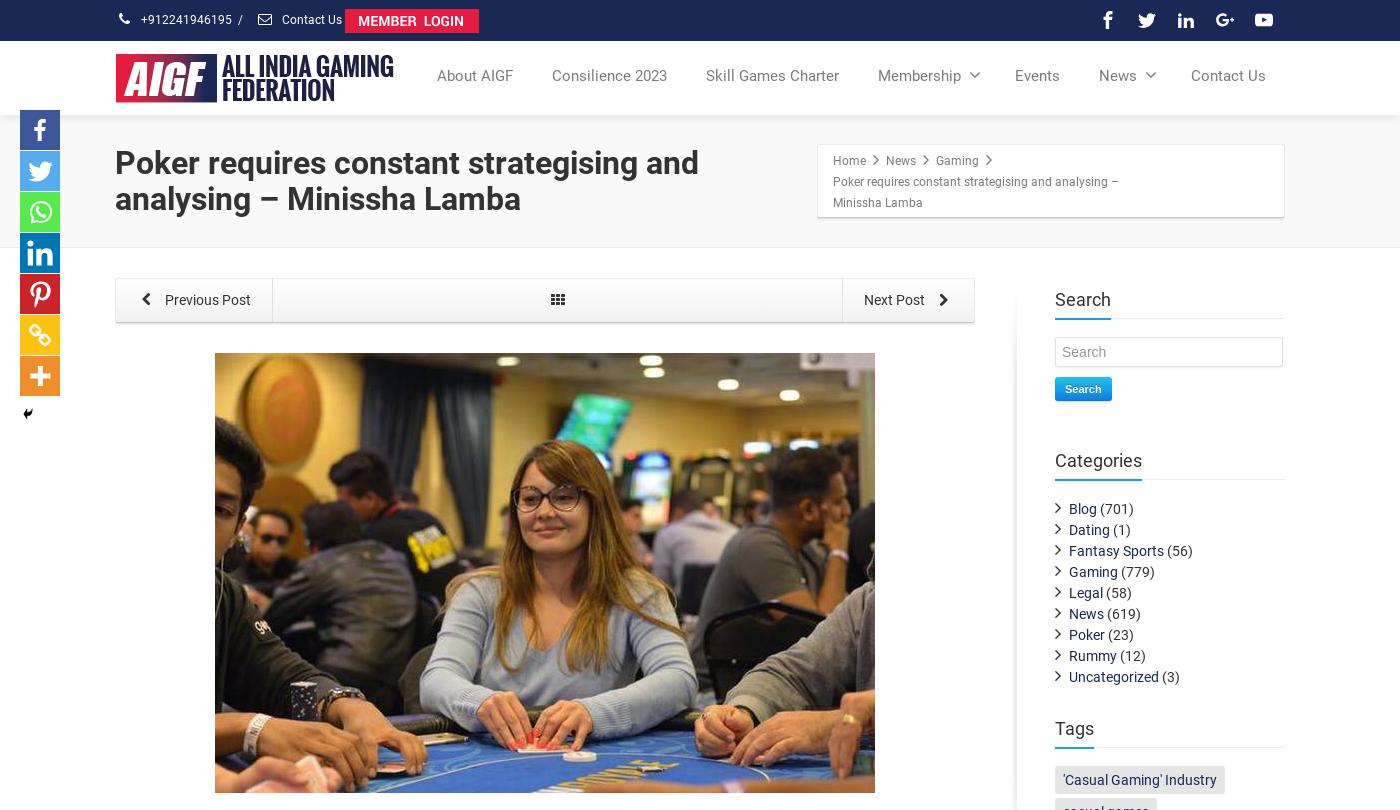 The image size is (1400, 810). What do you see at coordinates (1178, 550) in the screenshot?
I see `'(56)'` at bounding box center [1178, 550].